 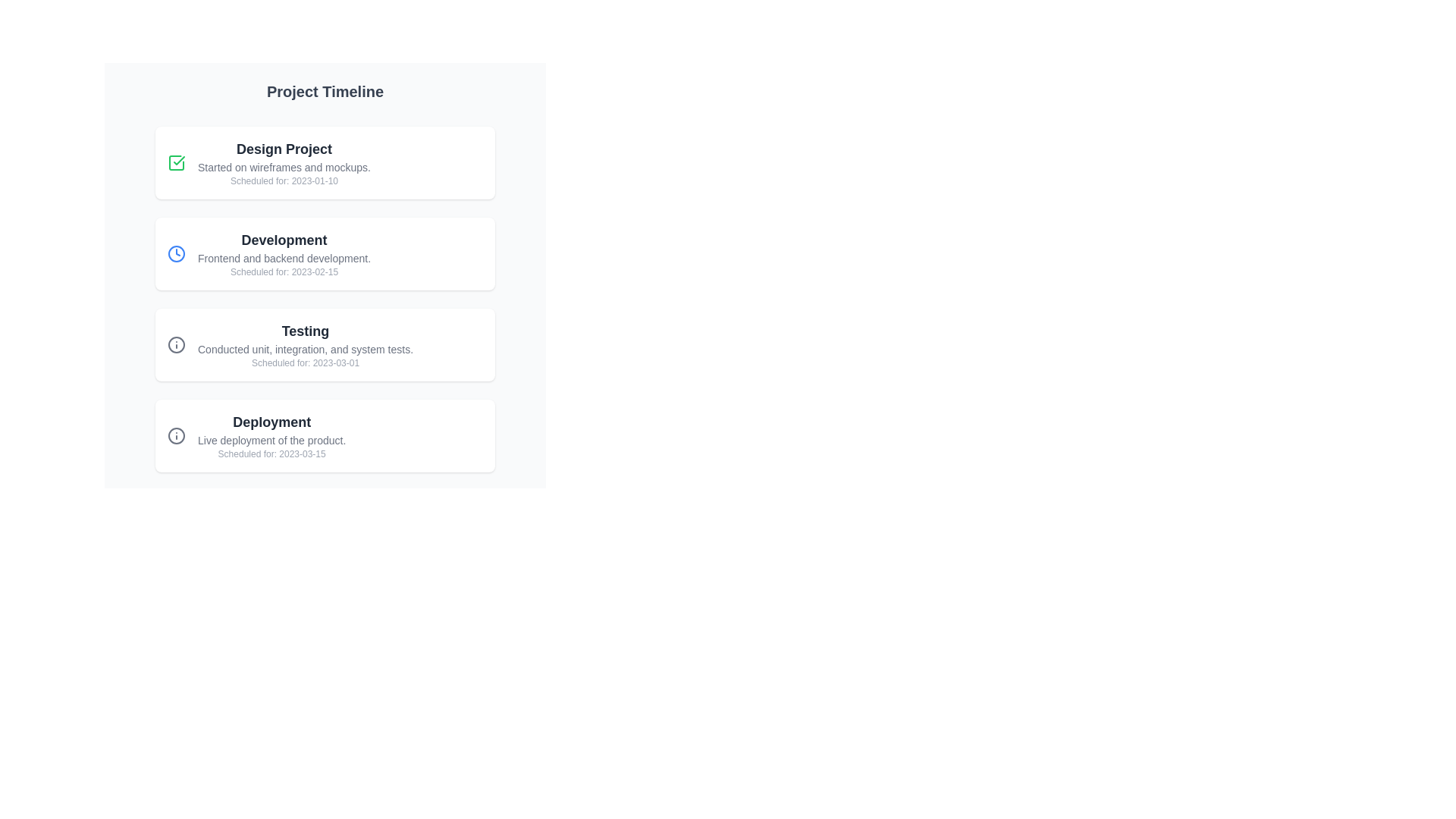 I want to click on the leftmost icon in the 'Deployment' card entry of the 'Project Timeline' list, so click(x=177, y=435).